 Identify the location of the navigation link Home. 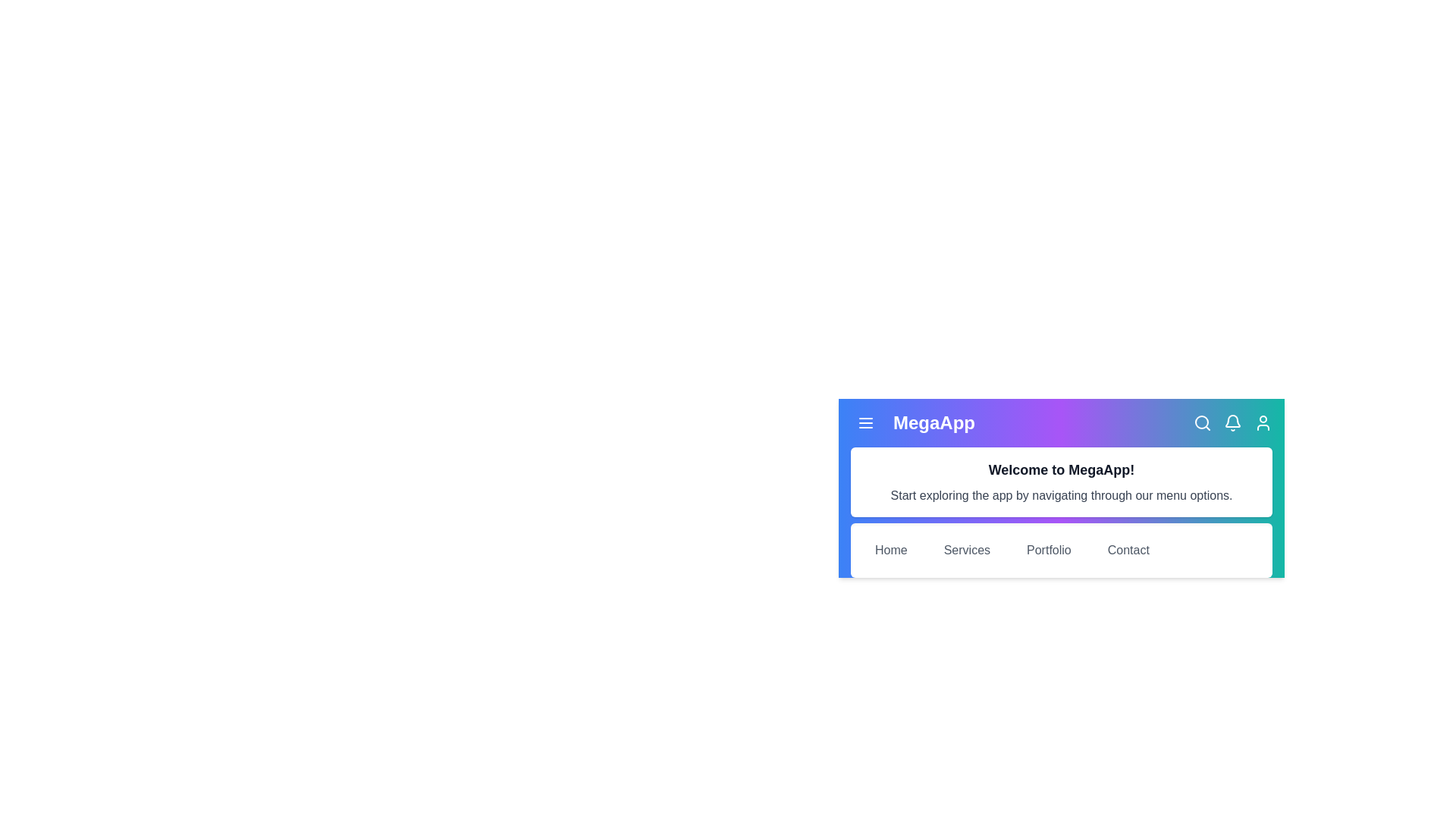
(891, 550).